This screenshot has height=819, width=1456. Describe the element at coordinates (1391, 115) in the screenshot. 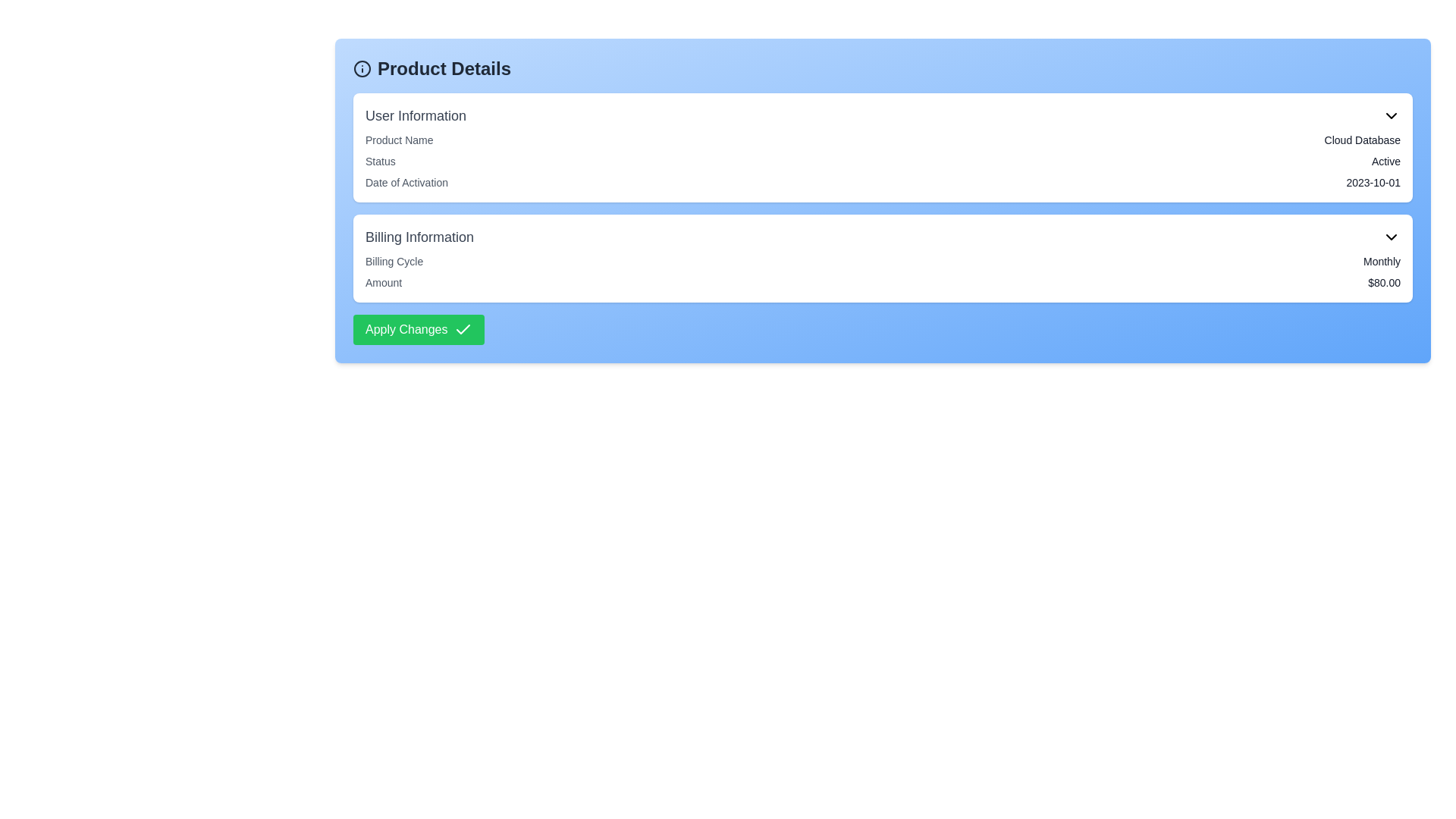

I see `the dropdown toggle icon (chevron) located at the far-right of the 'User Information' section` at that location.